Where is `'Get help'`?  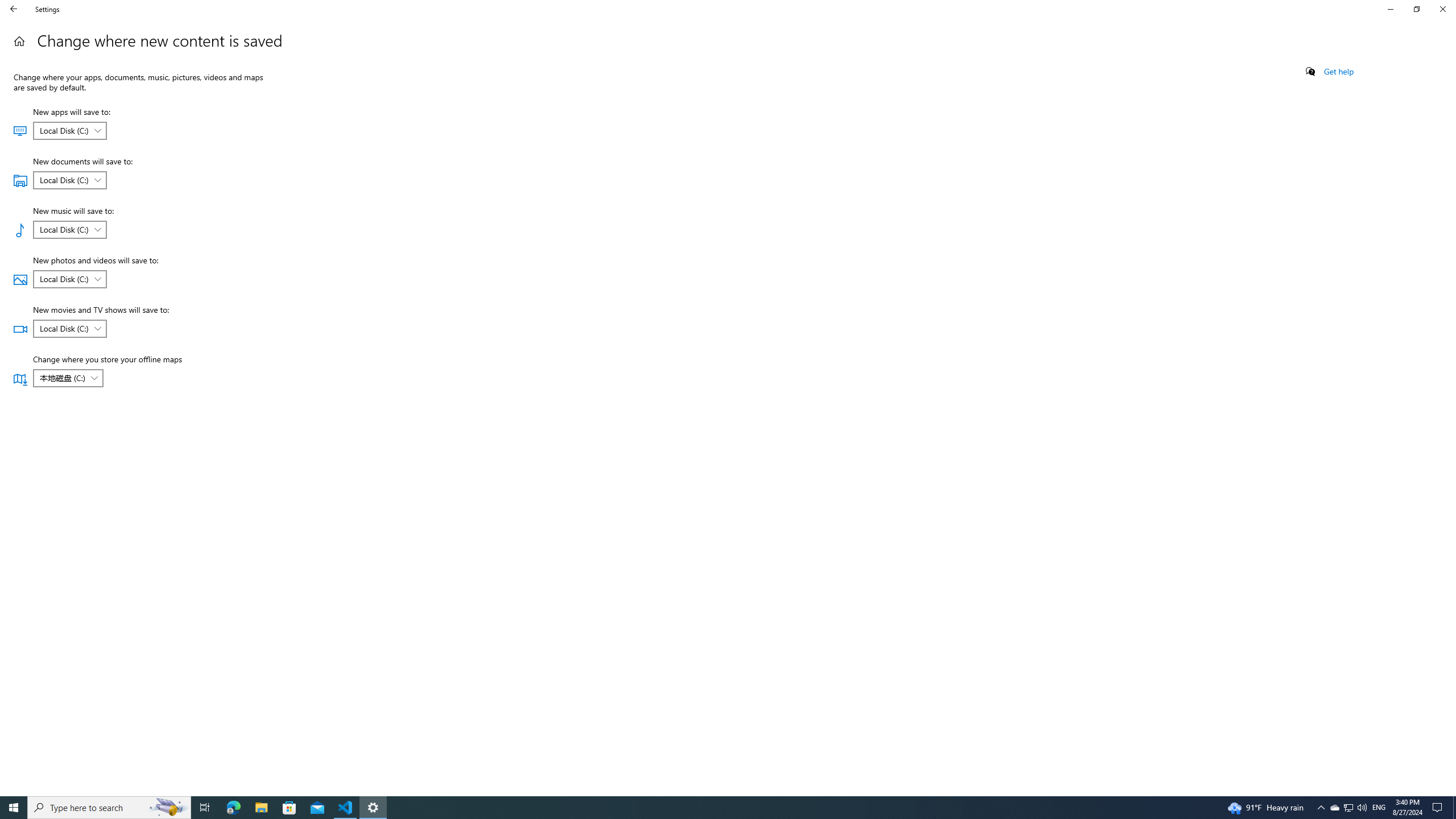 'Get help' is located at coordinates (1338, 71).